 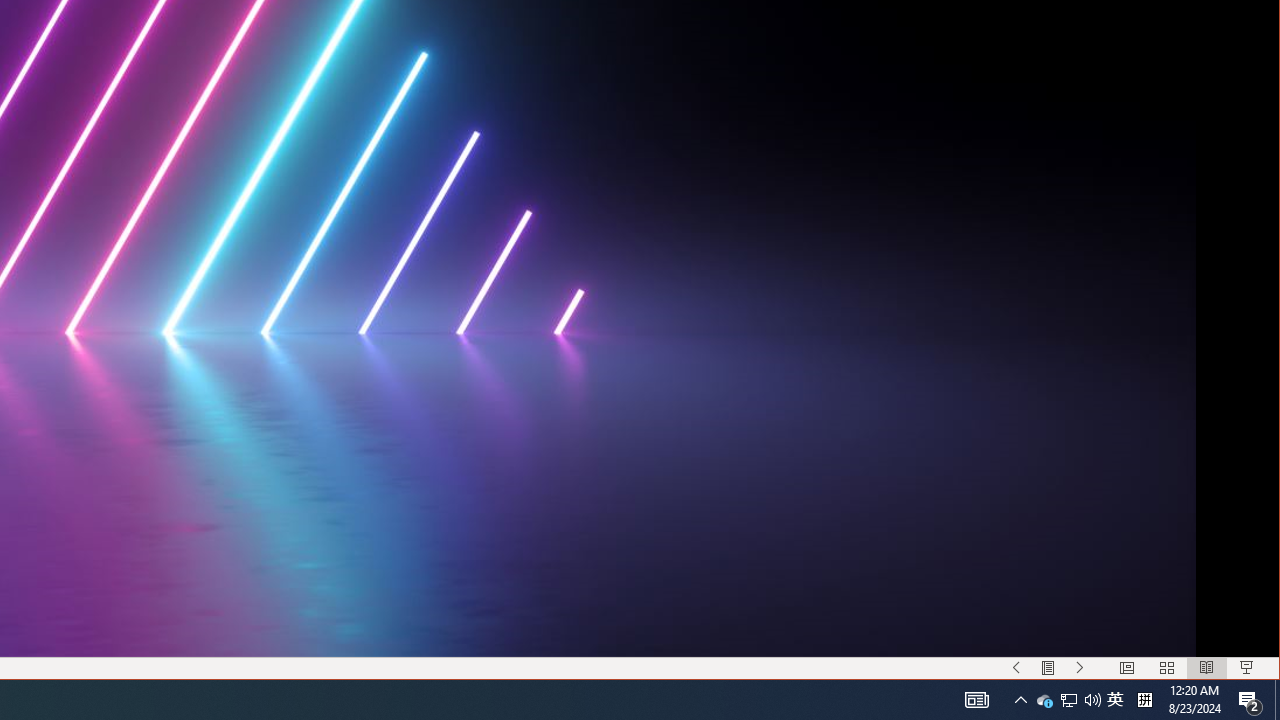 I want to click on 'Show desktop', so click(x=1276, y=698).